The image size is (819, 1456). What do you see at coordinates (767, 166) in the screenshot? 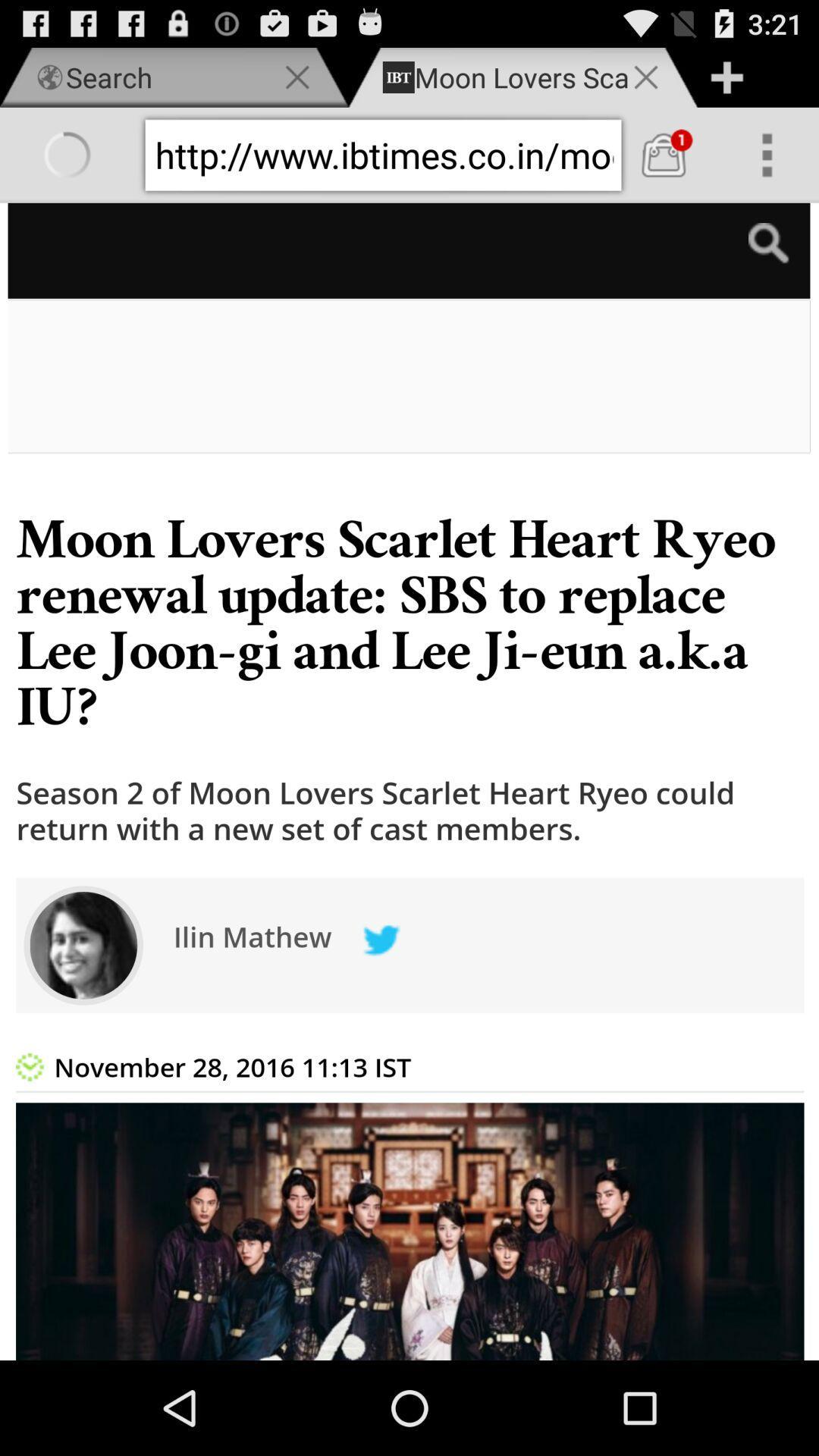
I see `the more icon` at bounding box center [767, 166].